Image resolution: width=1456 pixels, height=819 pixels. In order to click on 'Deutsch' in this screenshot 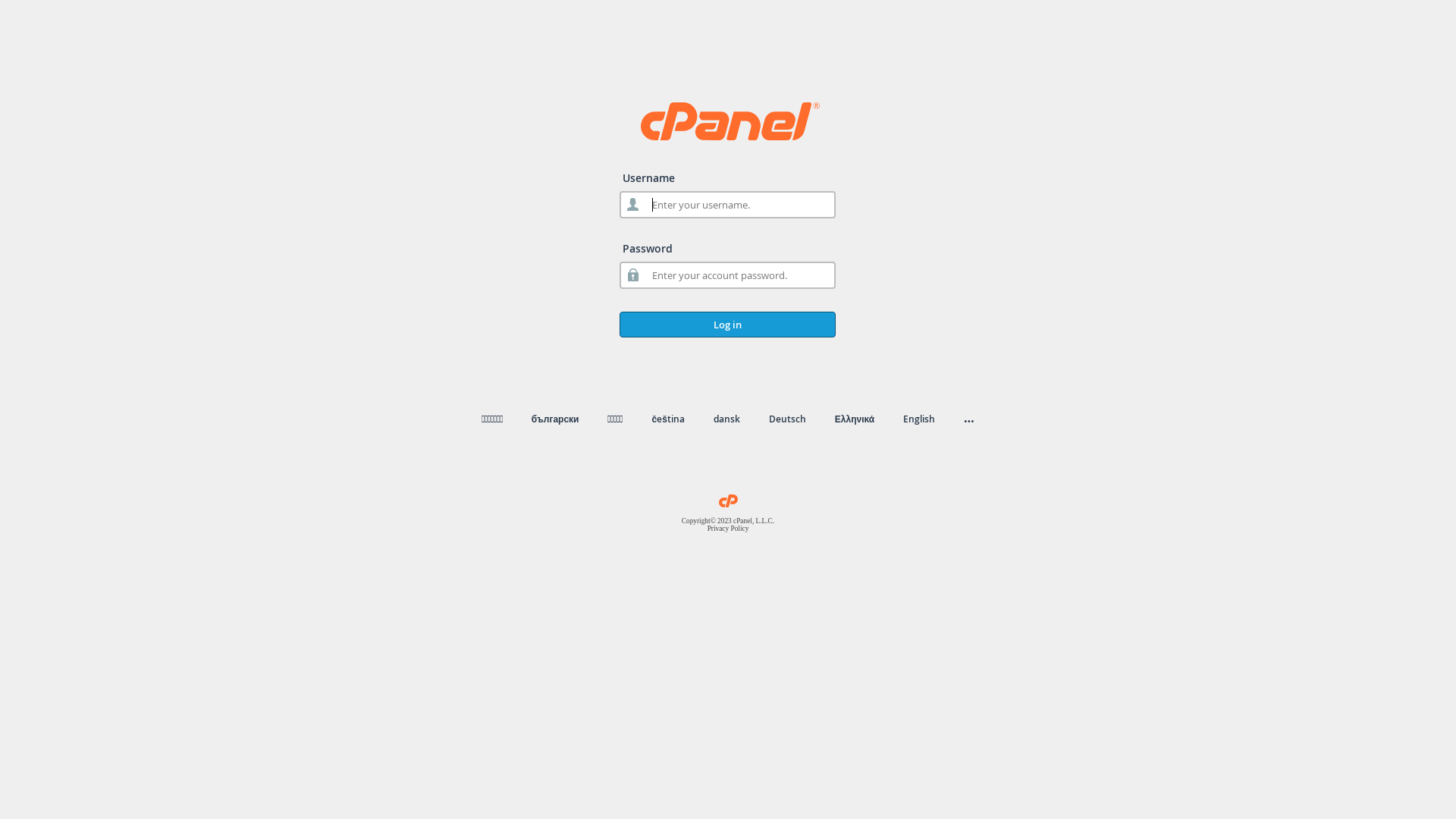, I will do `click(787, 419)`.